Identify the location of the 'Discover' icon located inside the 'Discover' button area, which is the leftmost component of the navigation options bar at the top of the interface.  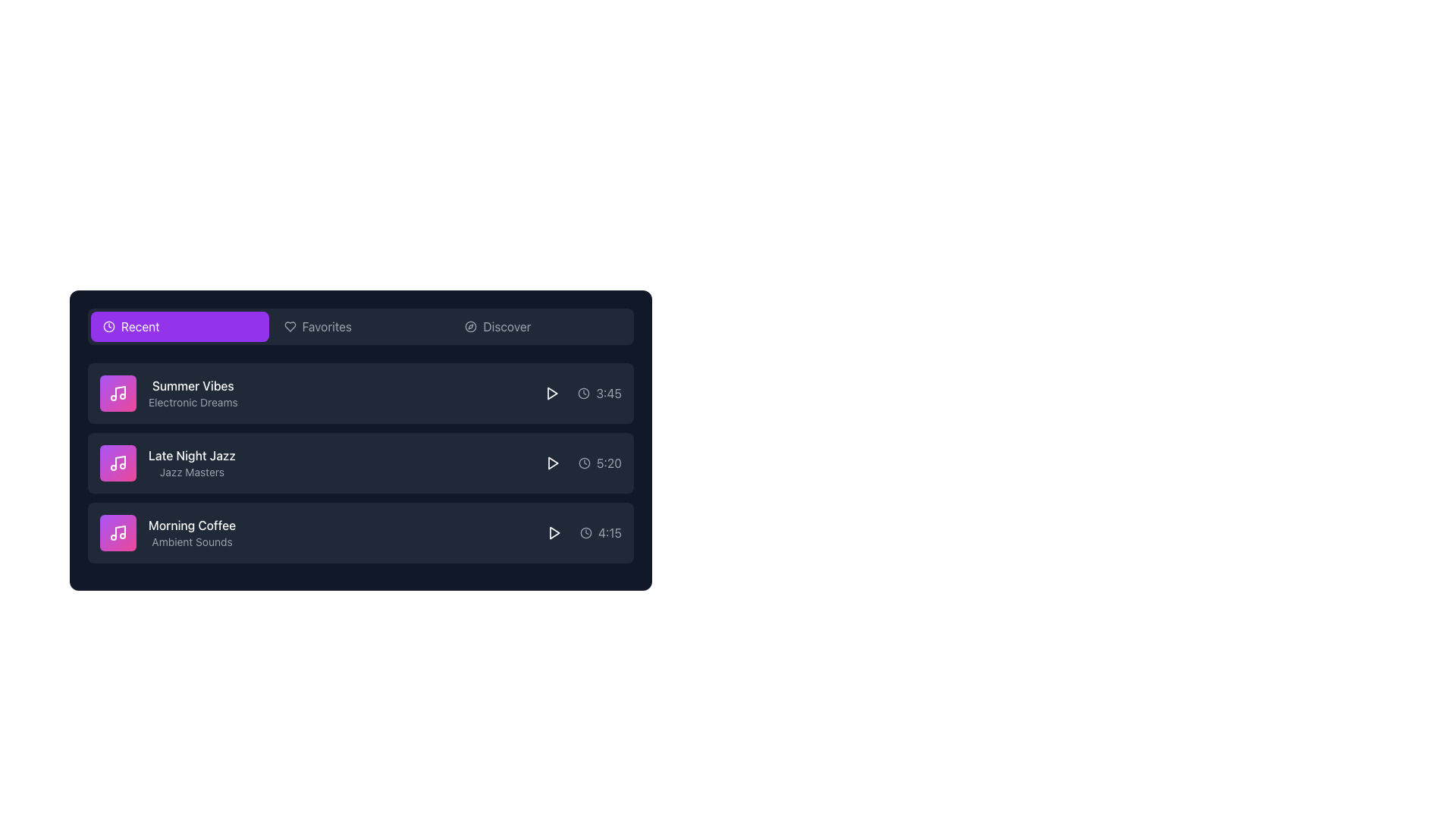
(470, 326).